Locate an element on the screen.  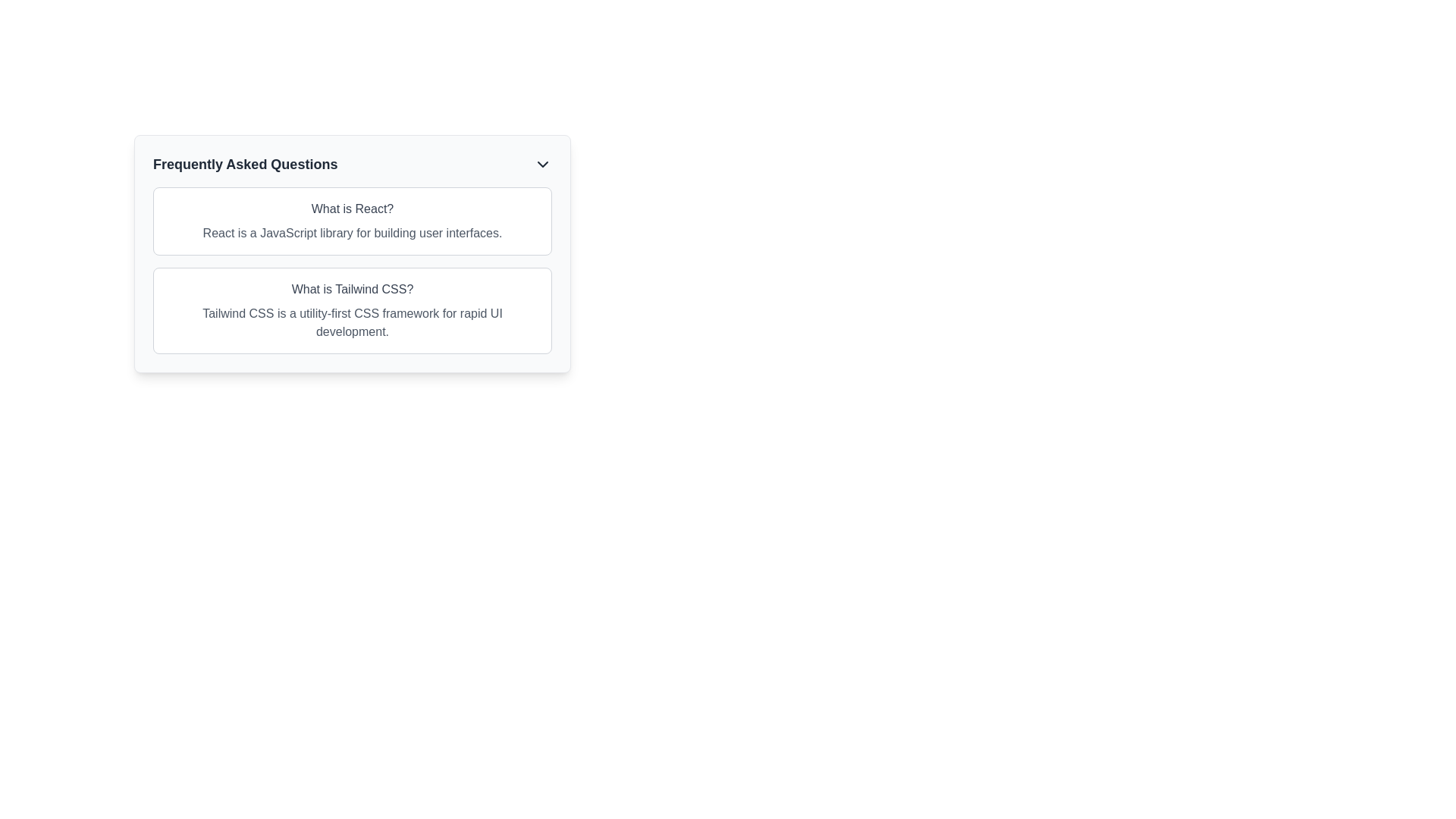
text heading that says 'What is Tailwind CSS?' located in the Frequently Asked Questions panel is located at coordinates (352, 289).